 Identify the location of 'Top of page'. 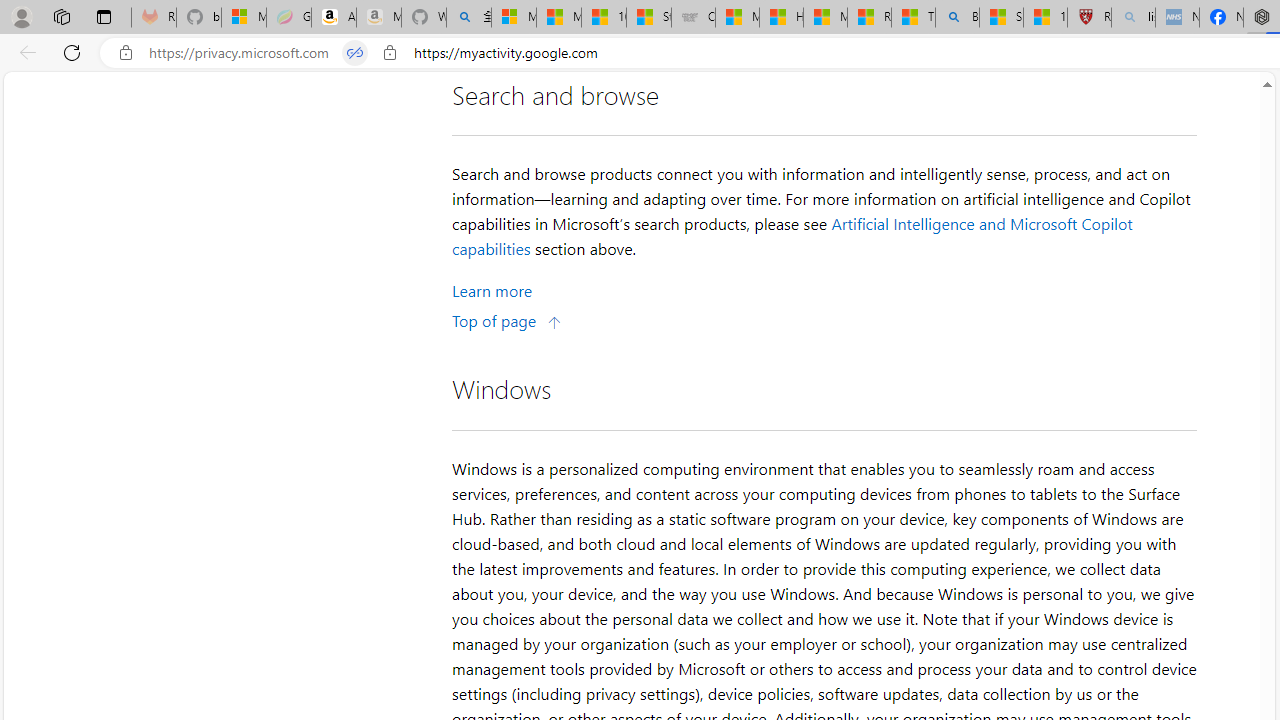
(507, 320).